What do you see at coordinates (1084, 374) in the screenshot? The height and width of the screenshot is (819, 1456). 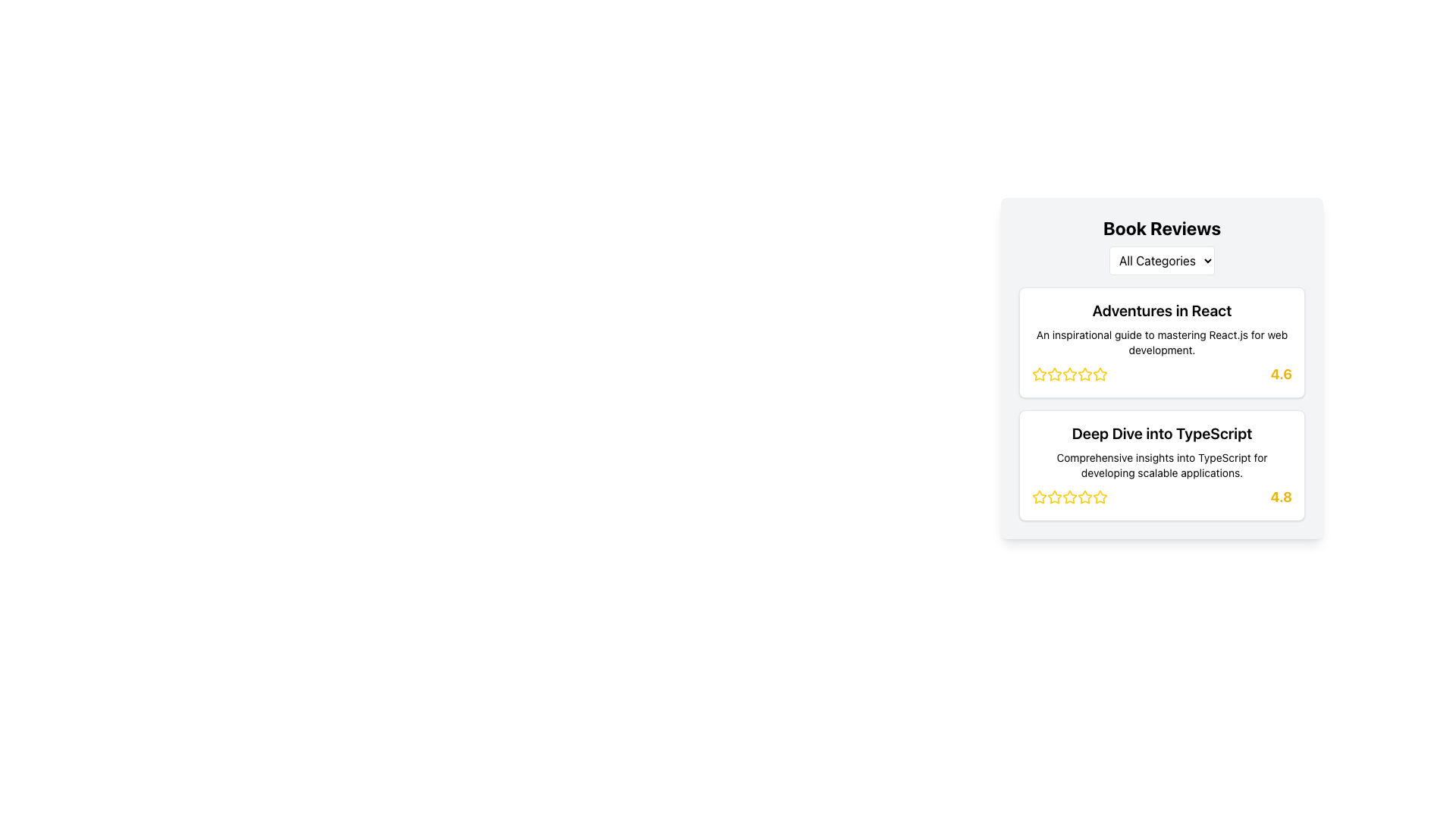 I see `the fifth star in the rating cluster located under the title 'Adventures in React' in the 'Book Reviews' section` at bounding box center [1084, 374].